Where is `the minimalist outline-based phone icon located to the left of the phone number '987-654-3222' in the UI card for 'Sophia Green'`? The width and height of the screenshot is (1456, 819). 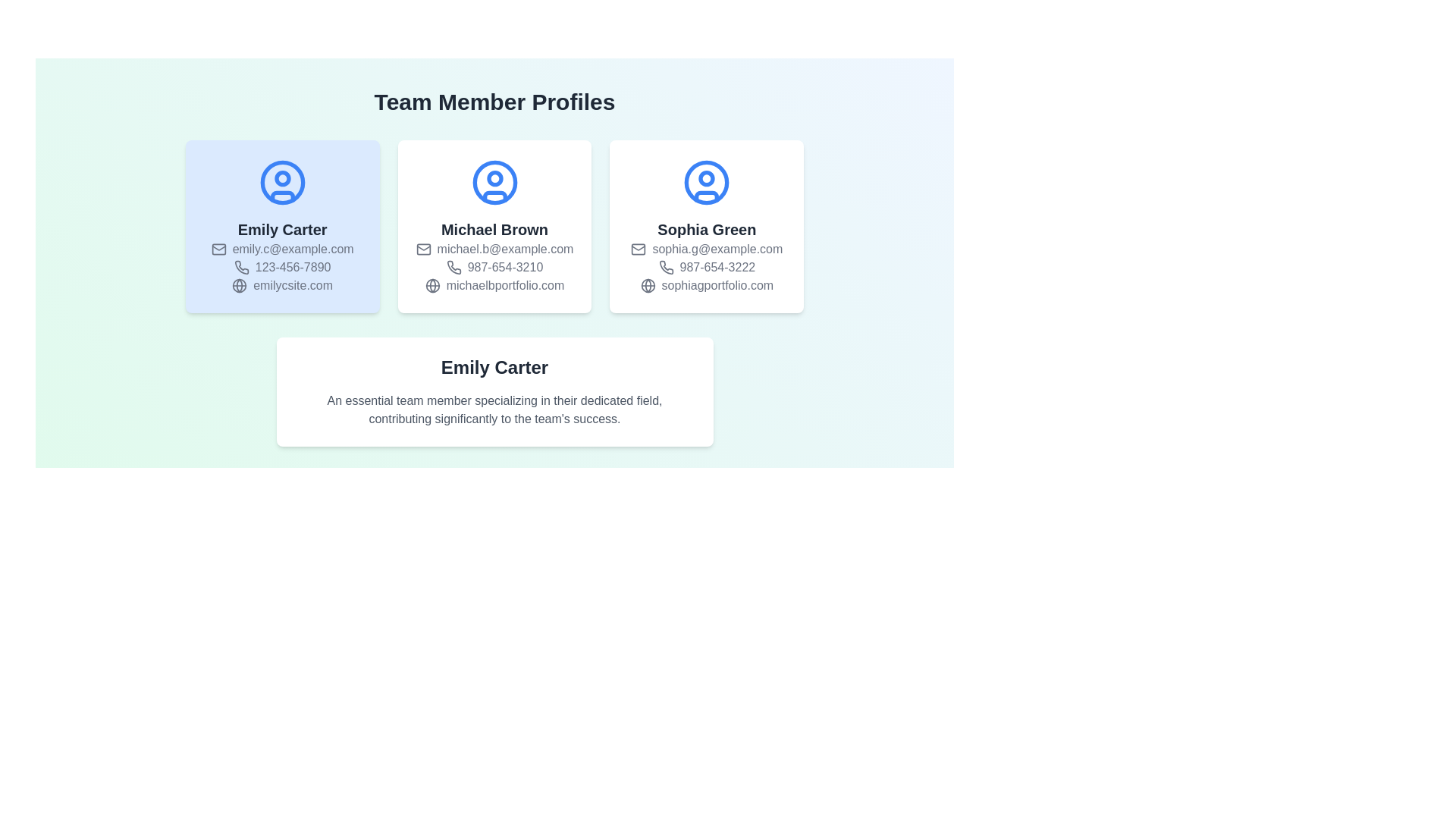 the minimalist outline-based phone icon located to the left of the phone number '987-654-3222' in the UI card for 'Sophia Green' is located at coordinates (666, 267).